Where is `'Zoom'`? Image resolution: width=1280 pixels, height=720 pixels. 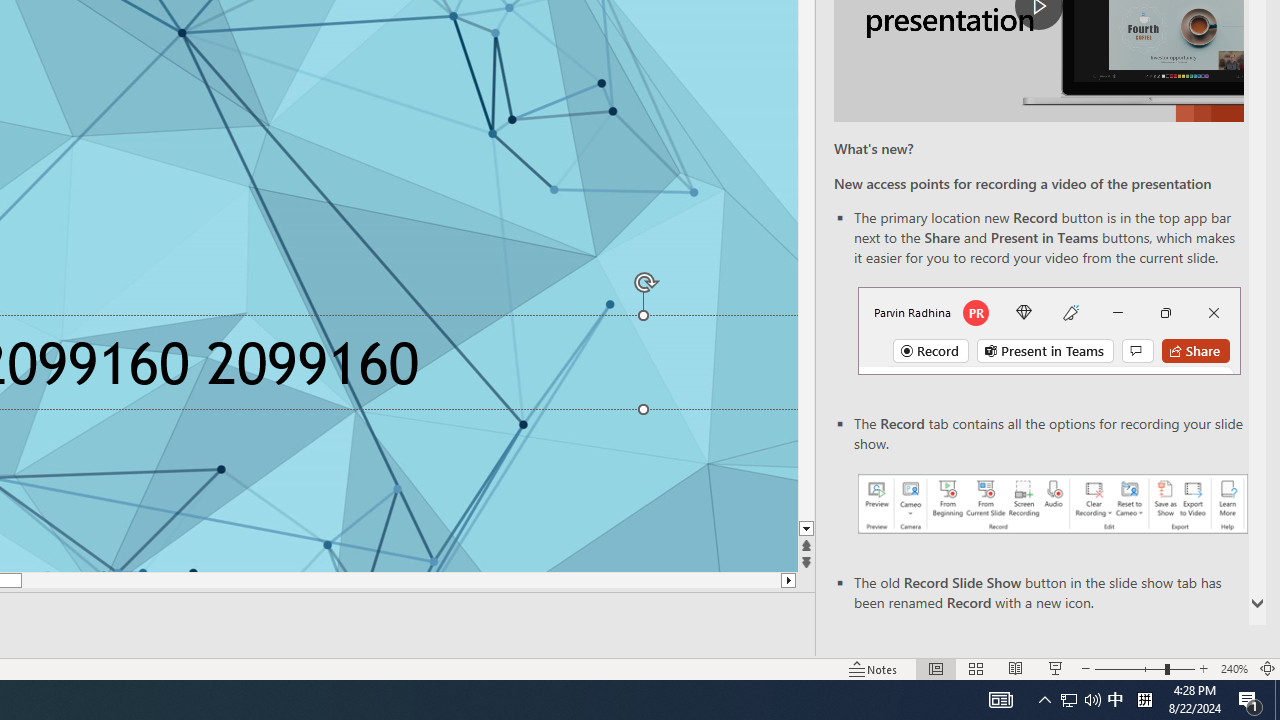
'Zoom' is located at coordinates (1144, 669).